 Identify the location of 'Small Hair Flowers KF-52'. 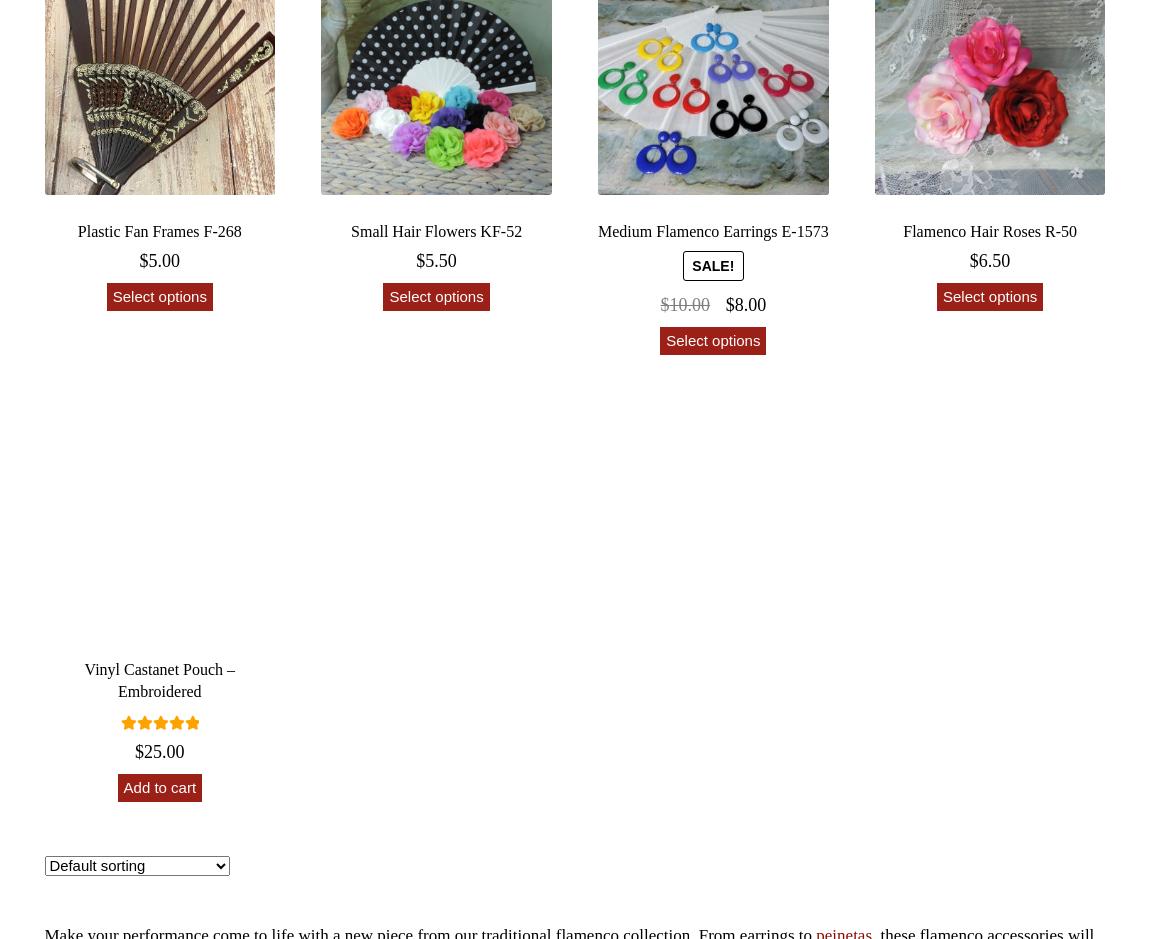
(436, 230).